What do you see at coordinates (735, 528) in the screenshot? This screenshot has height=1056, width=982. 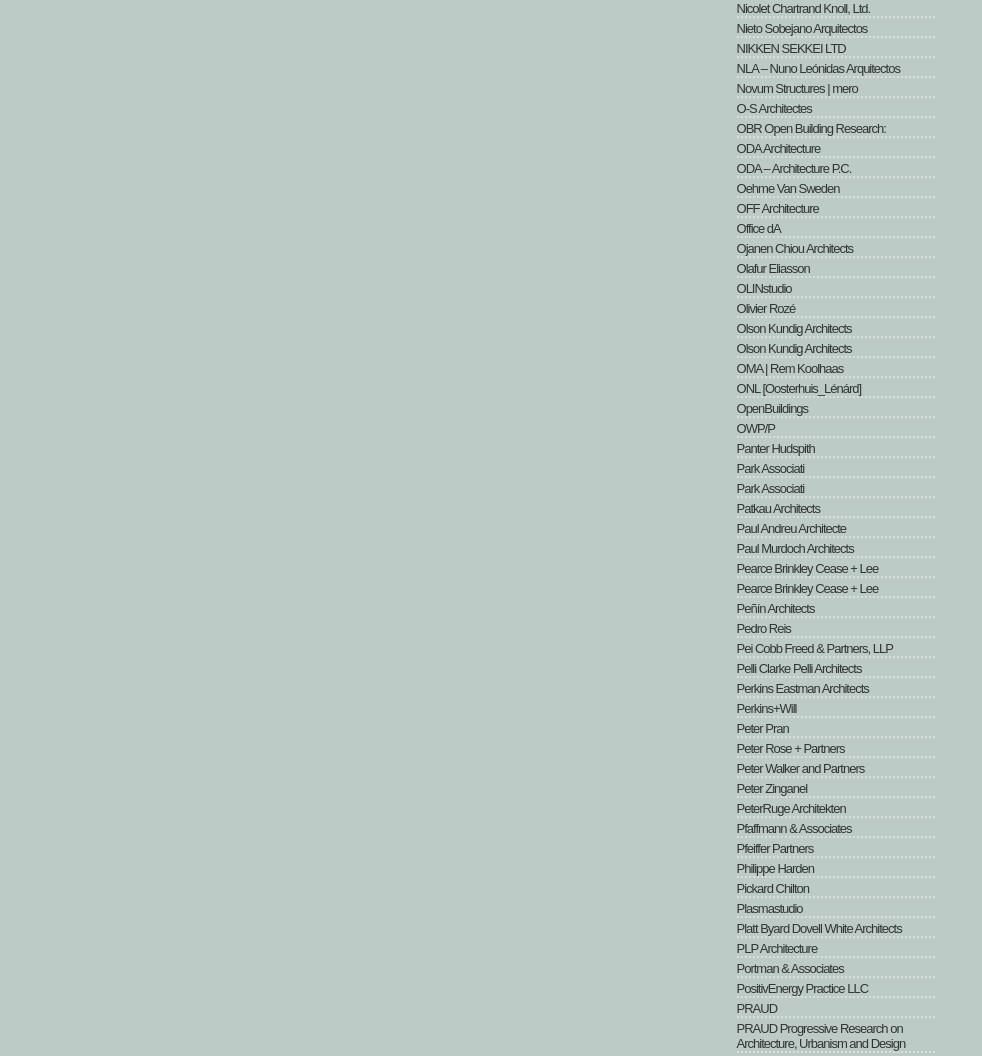 I see `'Paul Andreu Architecte'` at bounding box center [735, 528].